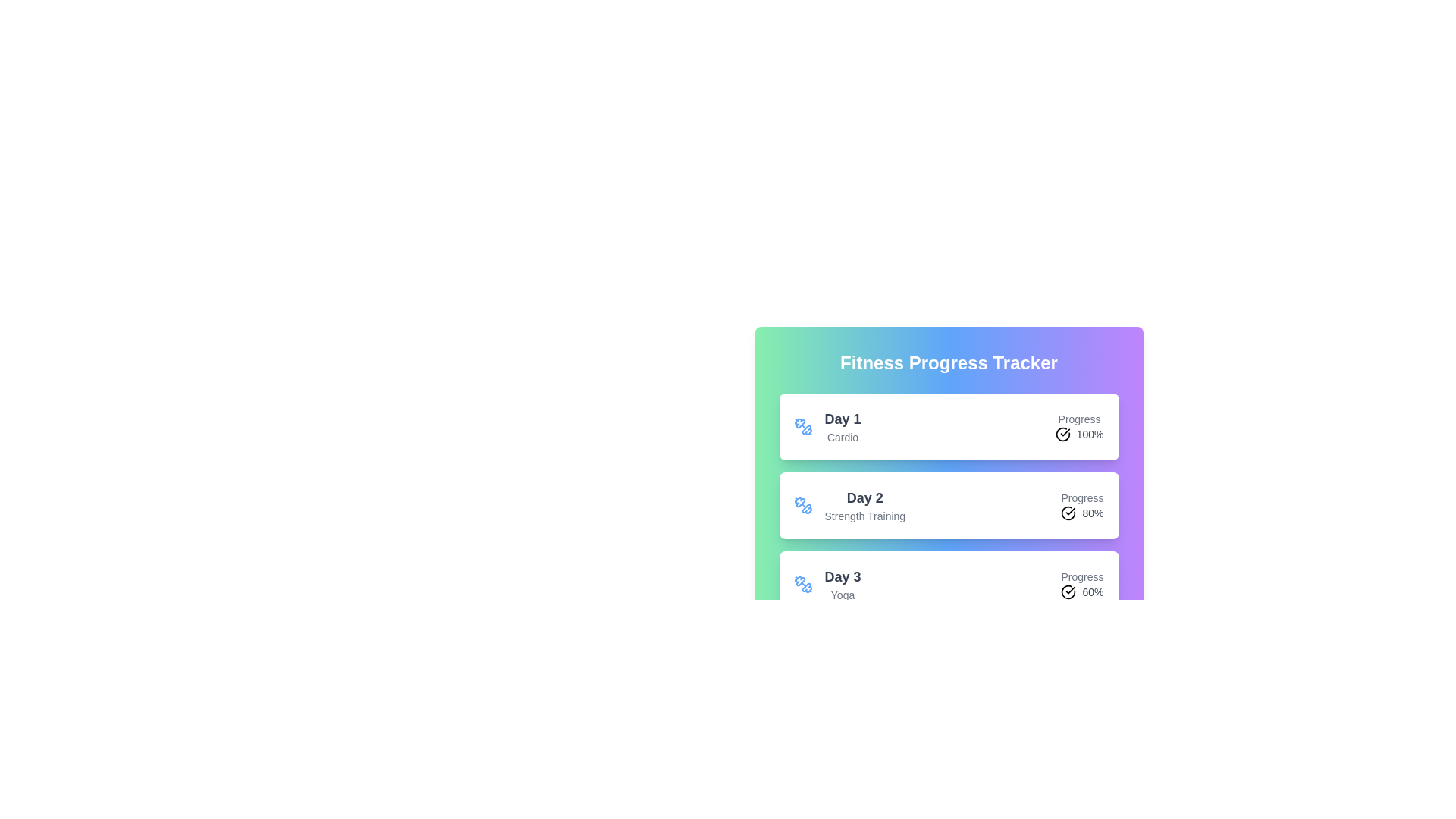 The width and height of the screenshot is (1456, 819). Describe the element at coordinates (1078, 427) in the screenshot. I see `the progress indicator for Day 1` at that location.